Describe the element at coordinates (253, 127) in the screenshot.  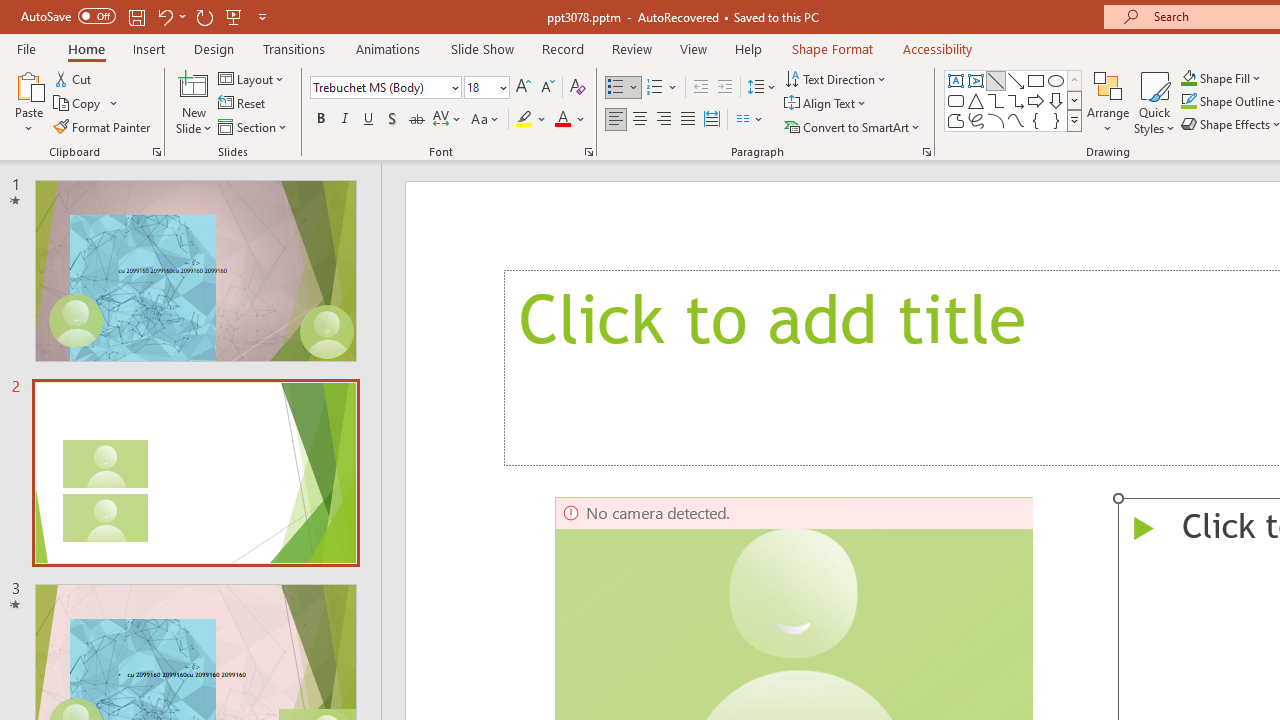
I see `'Section'` at that location.